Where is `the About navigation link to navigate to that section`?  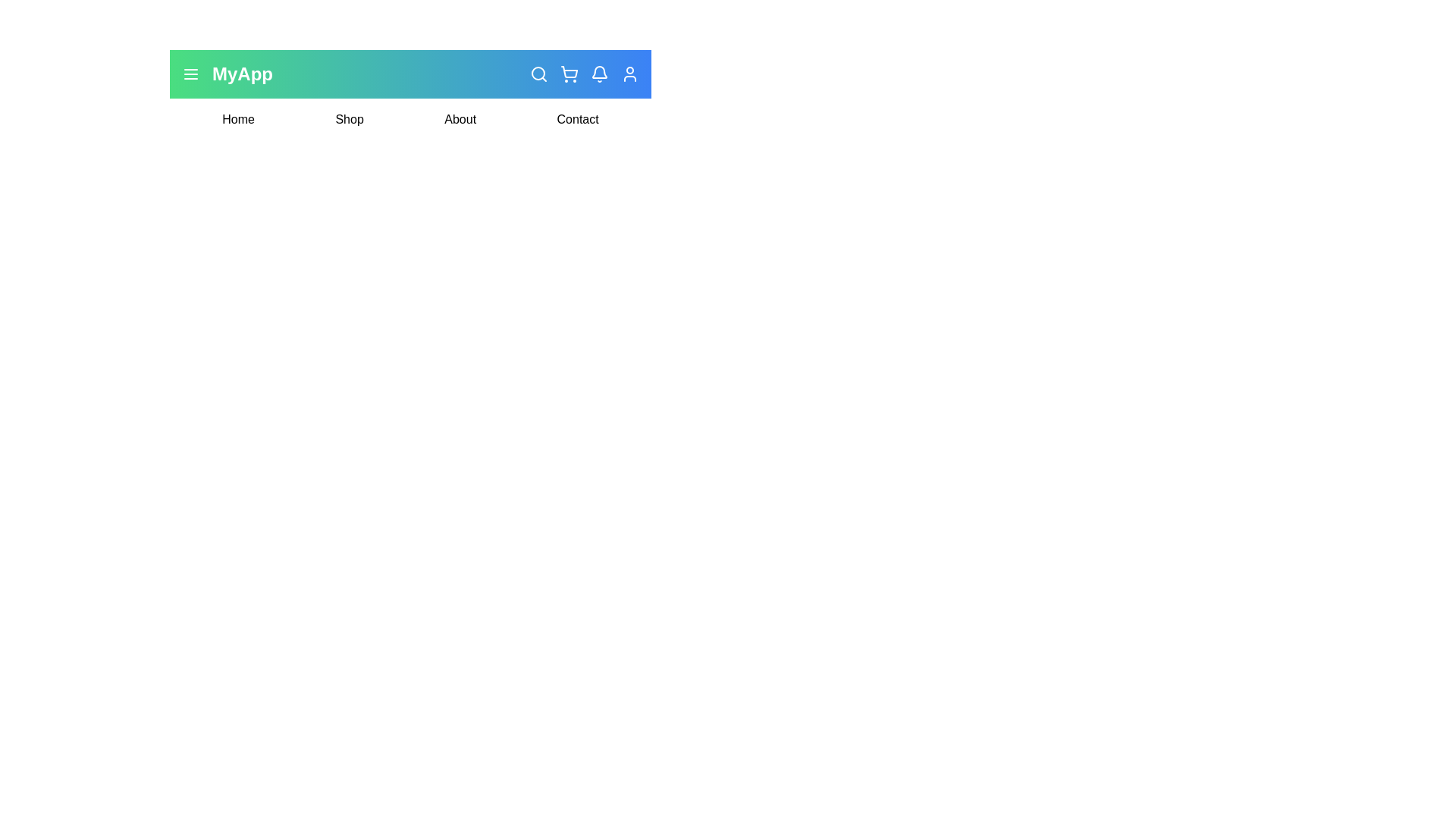 the About navigation link to navigate to that section is located at coordinates (460, 119).